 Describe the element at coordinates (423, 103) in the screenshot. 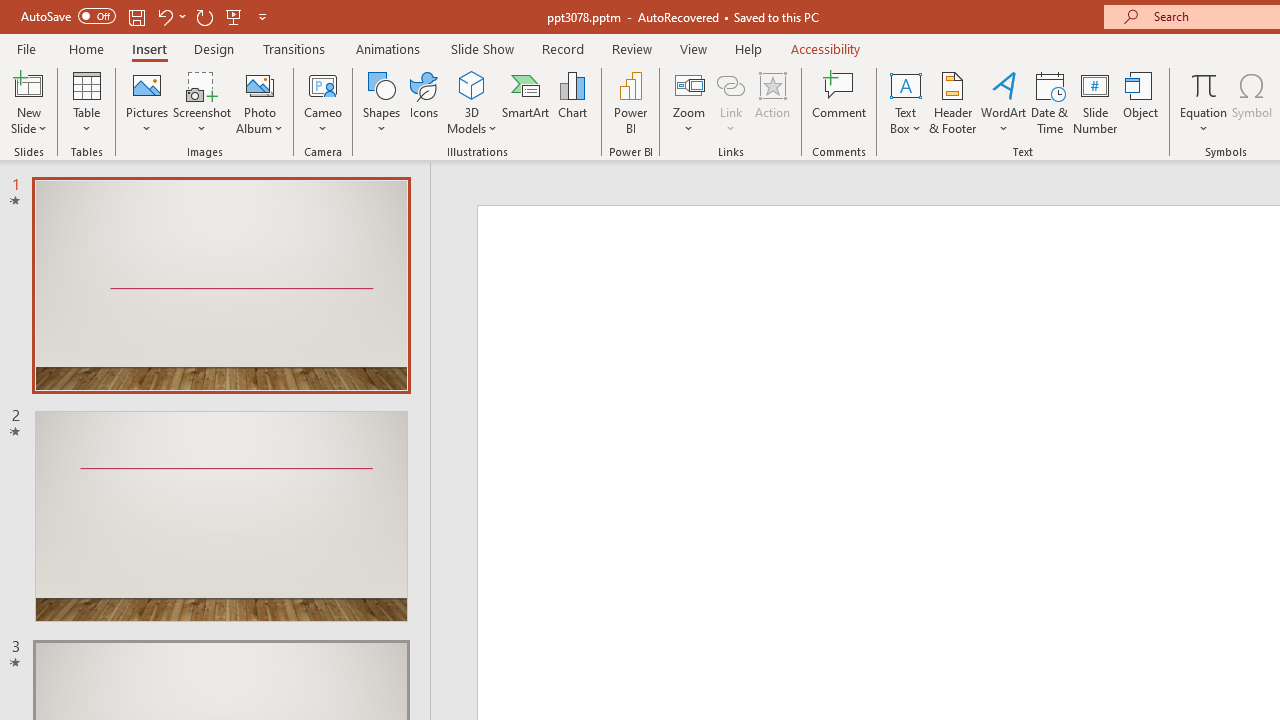

I see `'Icons'` at that location.